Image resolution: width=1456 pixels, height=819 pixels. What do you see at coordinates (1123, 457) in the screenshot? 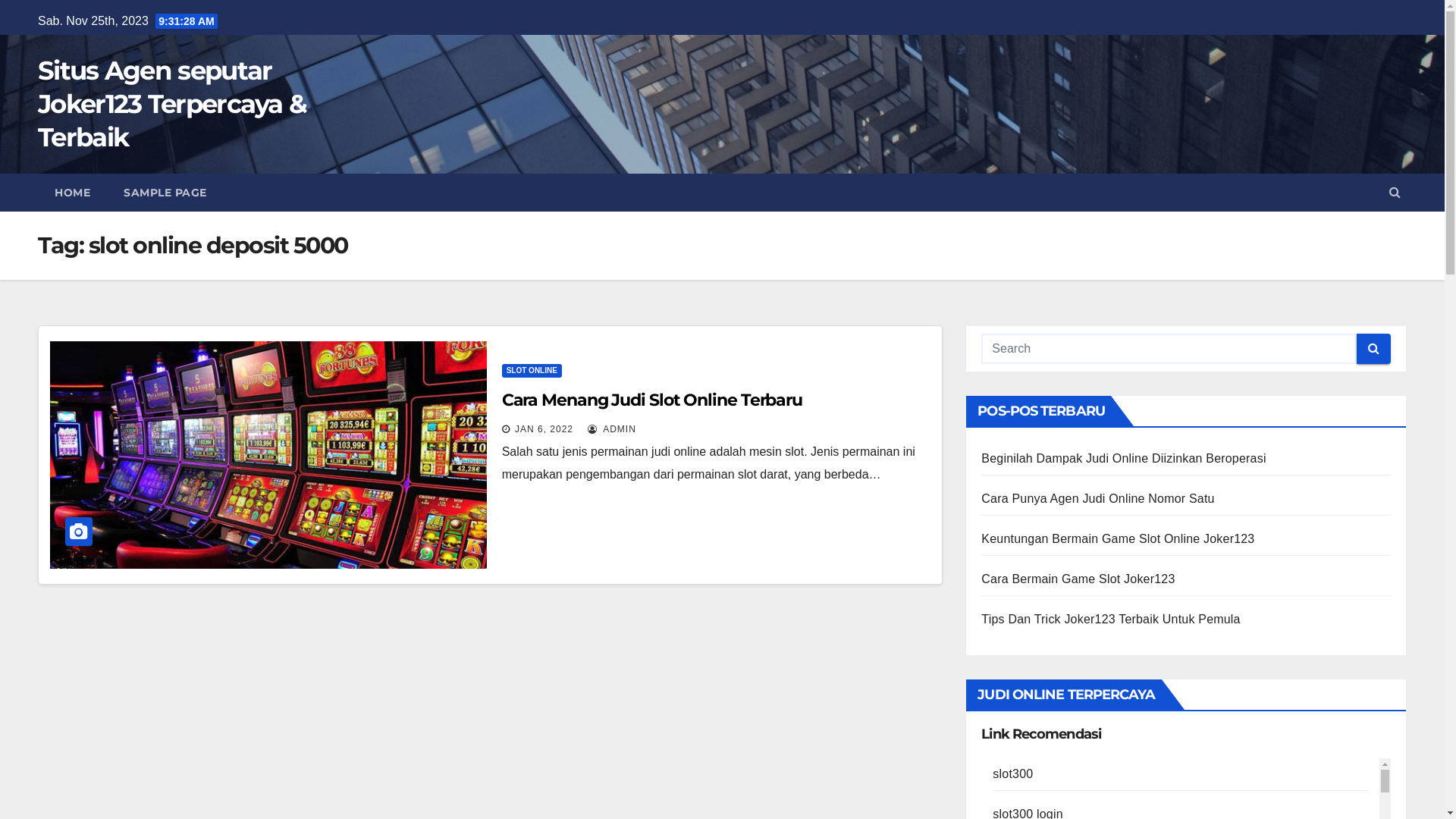
I see `'Beginilah Dampak Judi Online Diizinkan Beroperasi'` at bounding box center [1123, 457].